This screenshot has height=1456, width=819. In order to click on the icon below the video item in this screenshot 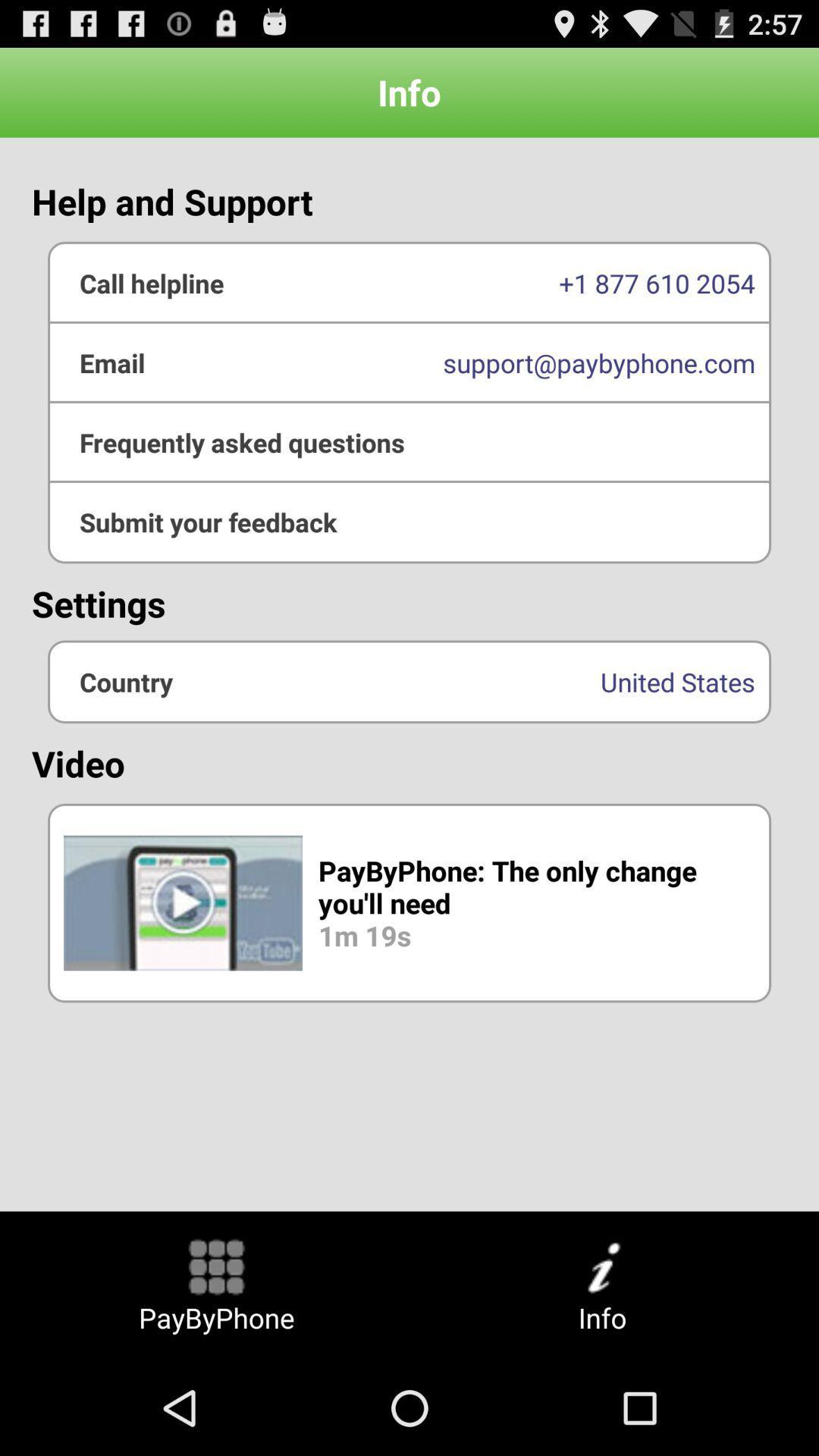, I will do `click(409, 902)`.